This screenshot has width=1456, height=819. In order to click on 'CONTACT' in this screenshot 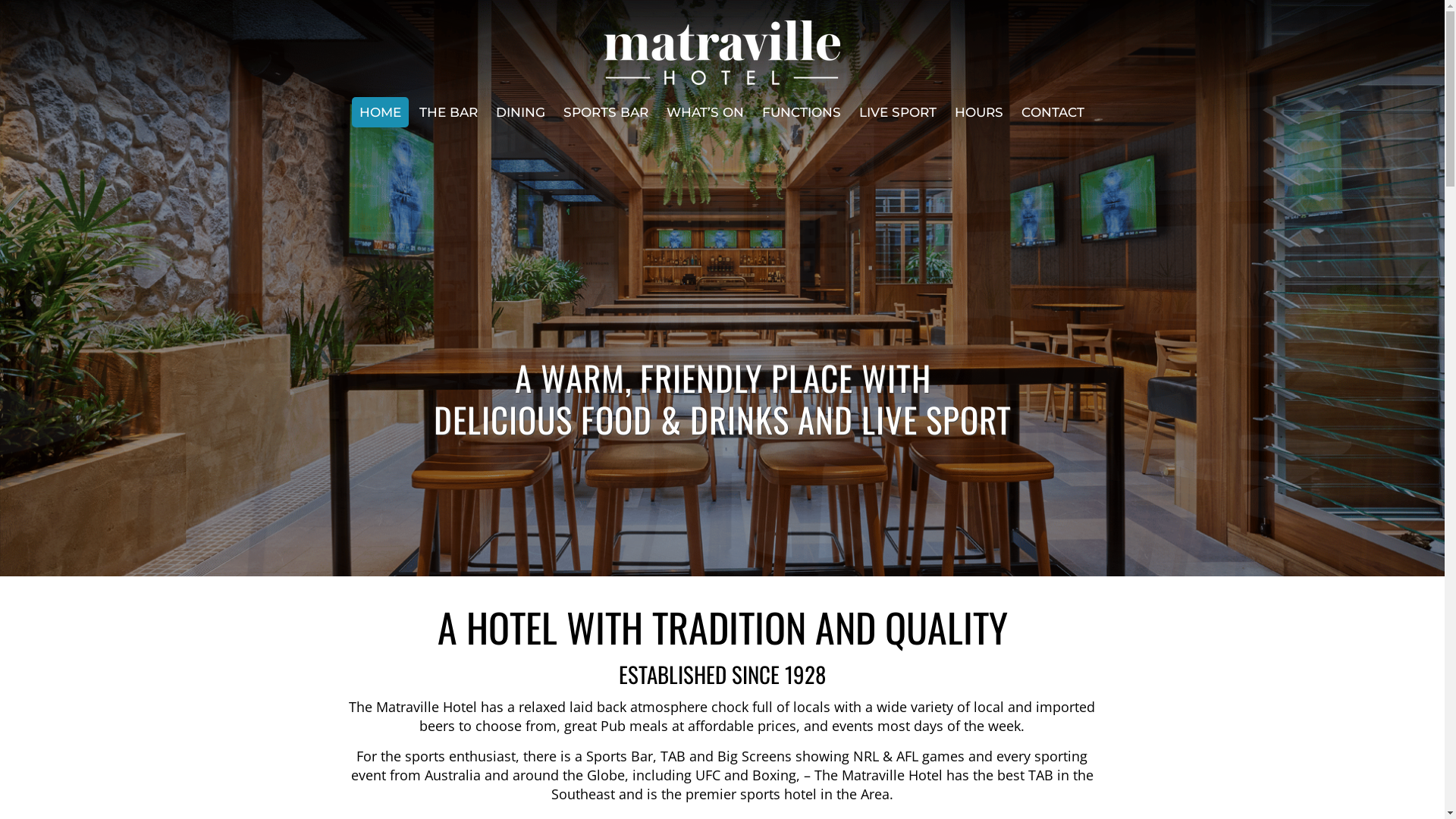, I will do `click(1052, 111)`.